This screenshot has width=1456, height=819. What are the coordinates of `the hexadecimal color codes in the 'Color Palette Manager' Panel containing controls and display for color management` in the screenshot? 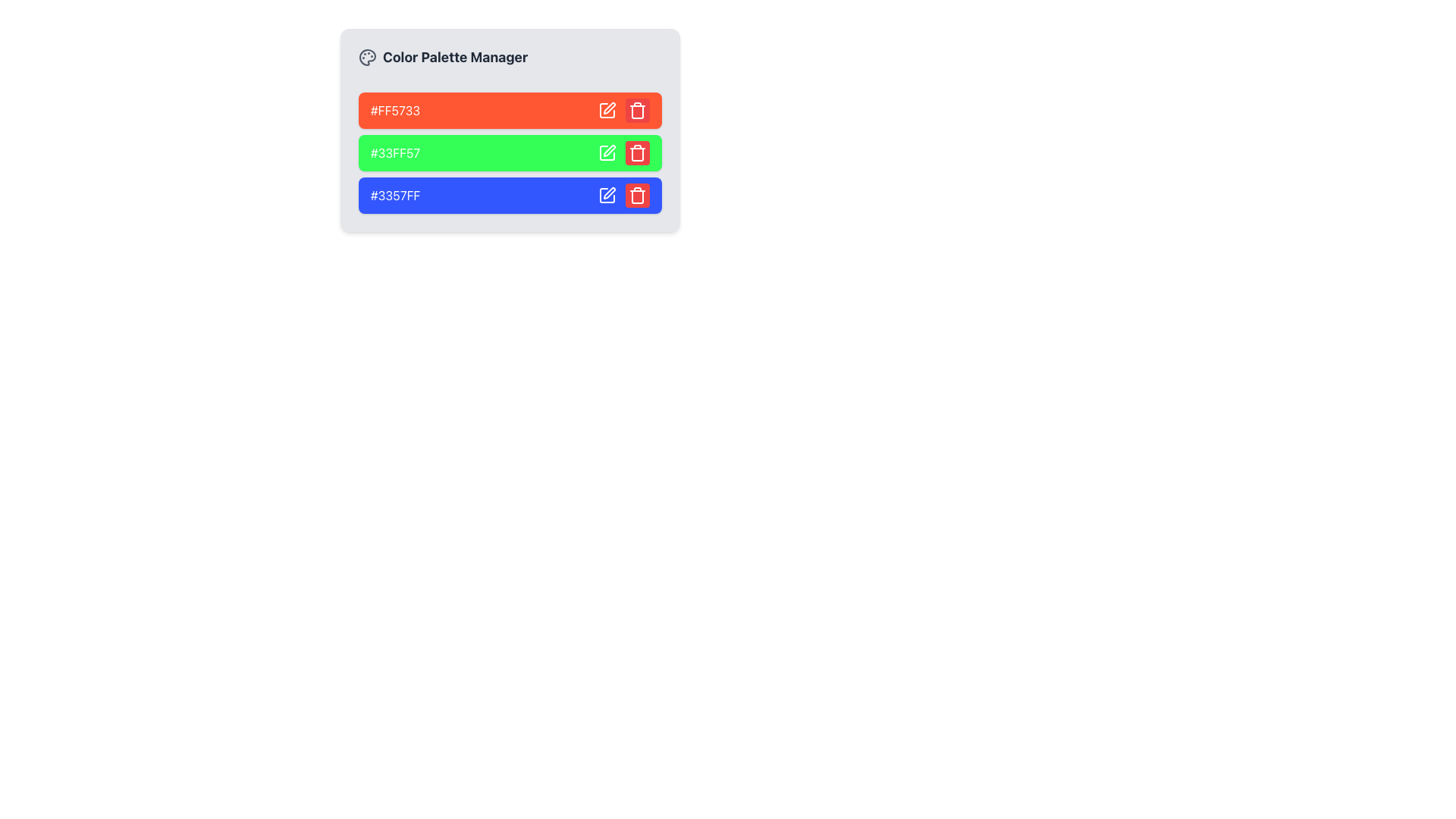 It's located at (510, 130).